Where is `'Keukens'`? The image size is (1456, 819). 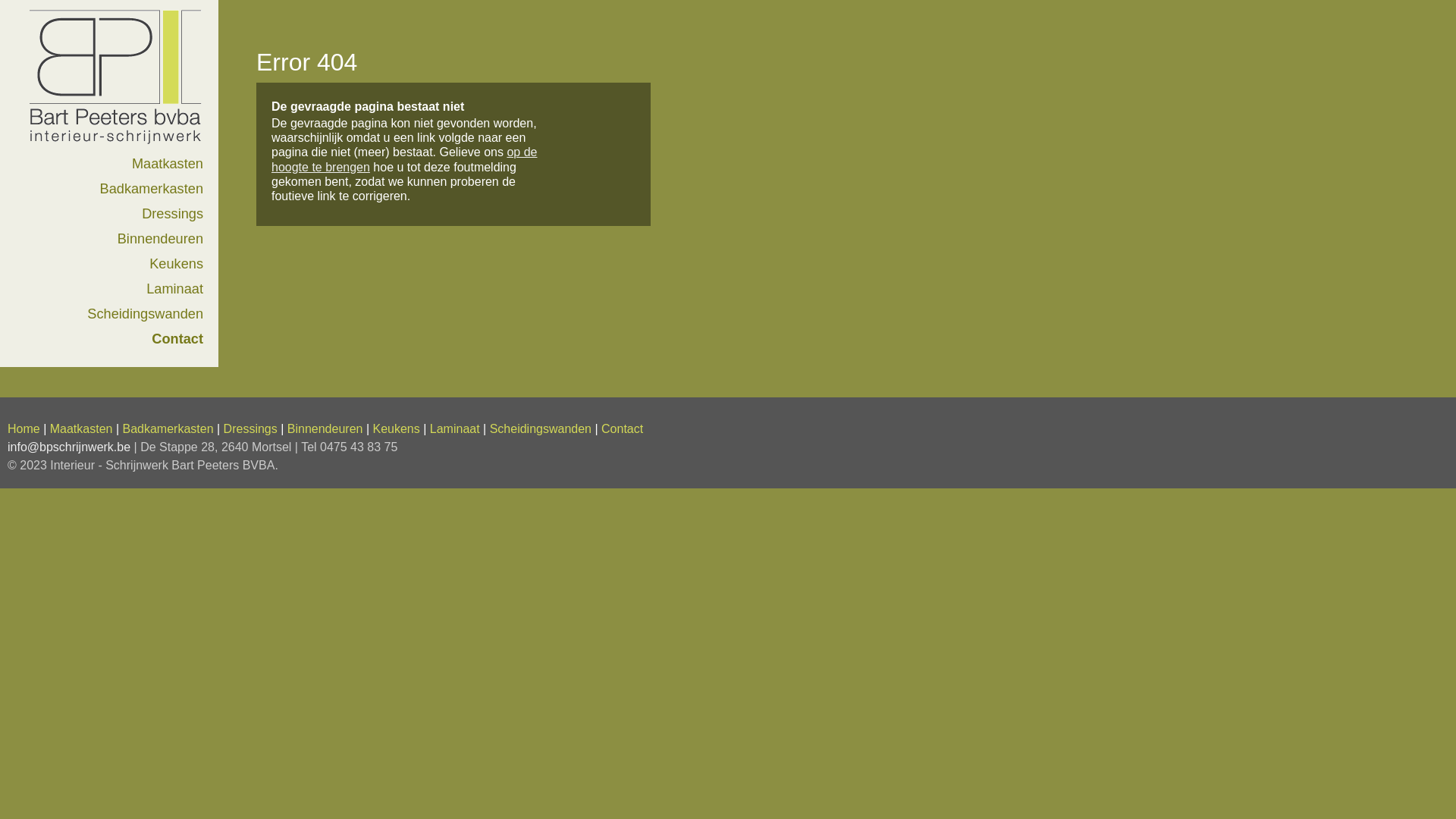
'Keukens' is located at coordinates (176, 262).